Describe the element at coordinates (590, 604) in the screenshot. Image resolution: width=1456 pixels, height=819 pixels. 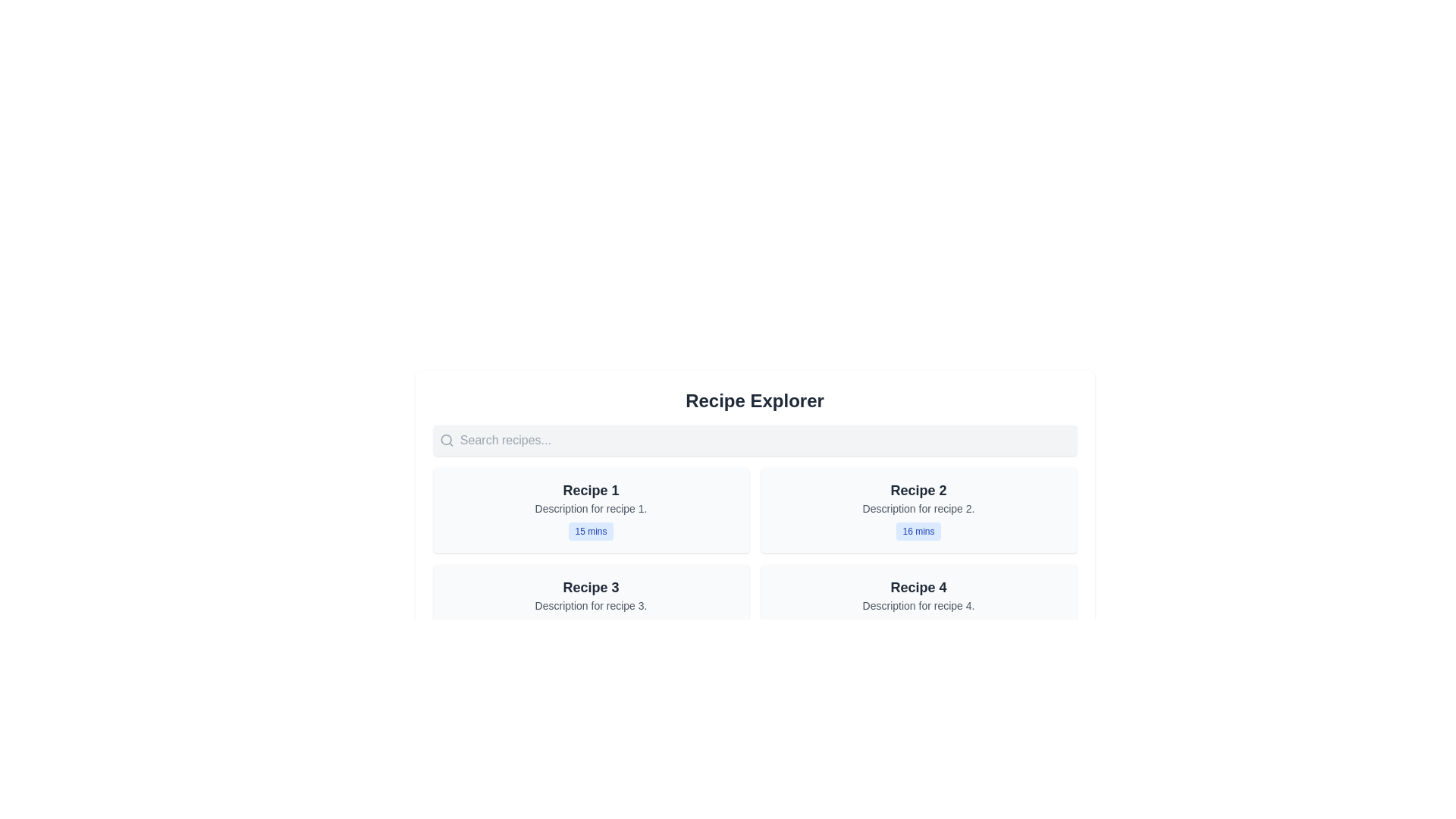
I see `the text block that reads 'Description for recipe 3.', which is styled in small gray font and located below the title 'Recipe 3'` at that location.